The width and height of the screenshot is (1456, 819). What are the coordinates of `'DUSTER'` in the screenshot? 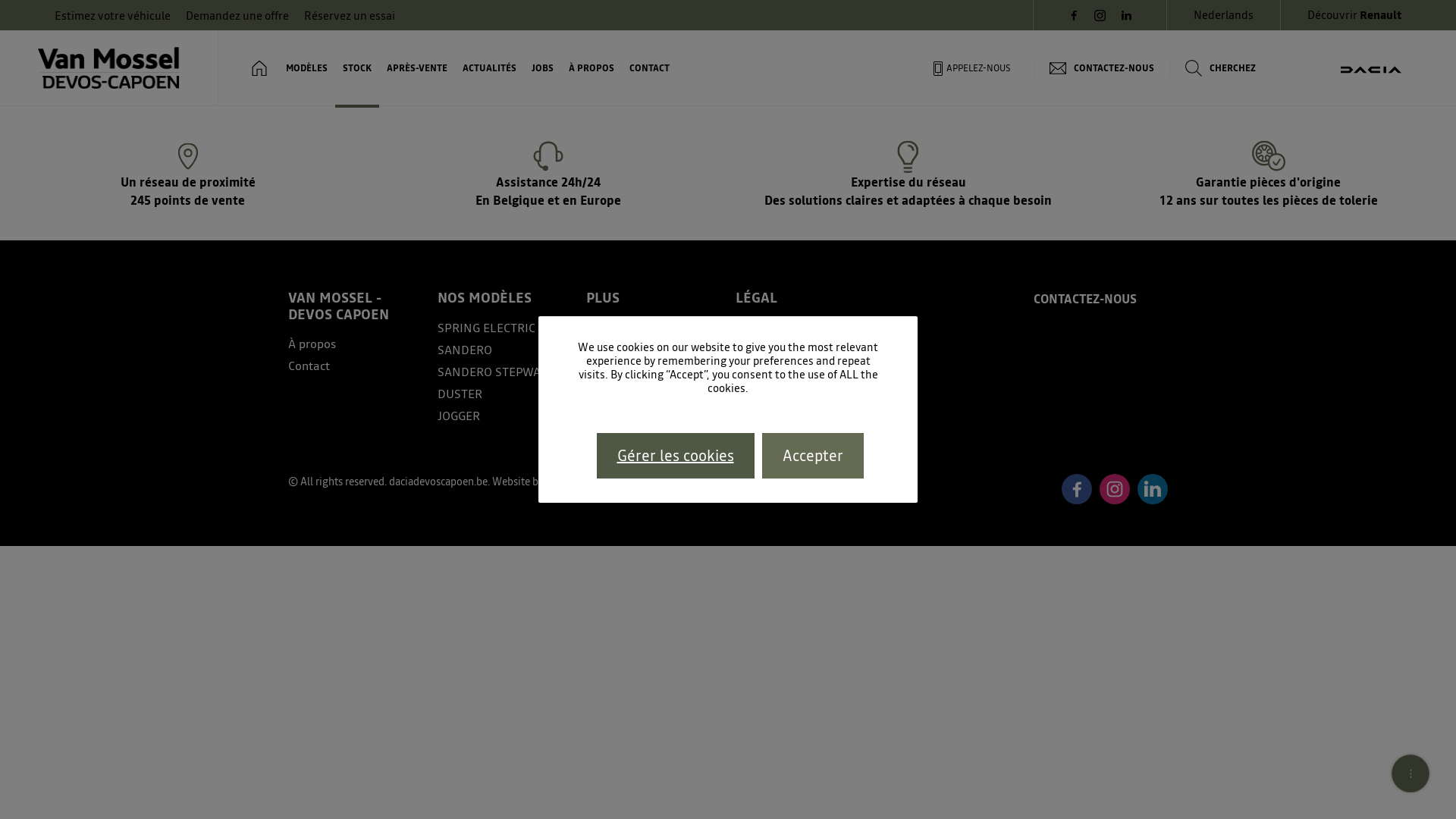 It's located at (504, 393).